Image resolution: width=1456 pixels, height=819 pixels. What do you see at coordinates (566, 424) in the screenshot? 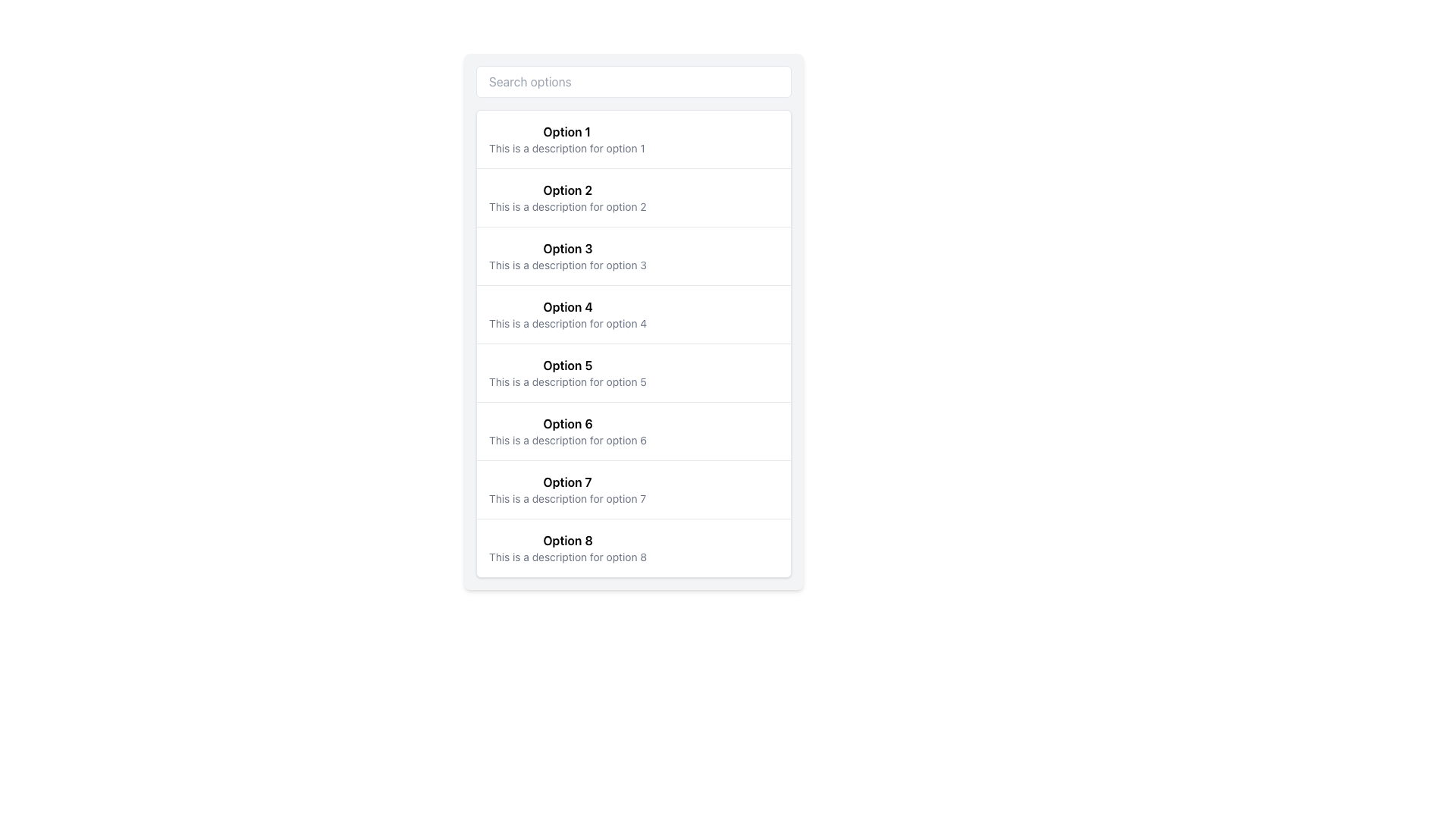
I see `the bold text label displaying 'Option 6', which is centrally aligned at the top of its section, positioned above the gray description text in the sixth entry of a vertically listed selectable options` at bounding box center [566, 424].